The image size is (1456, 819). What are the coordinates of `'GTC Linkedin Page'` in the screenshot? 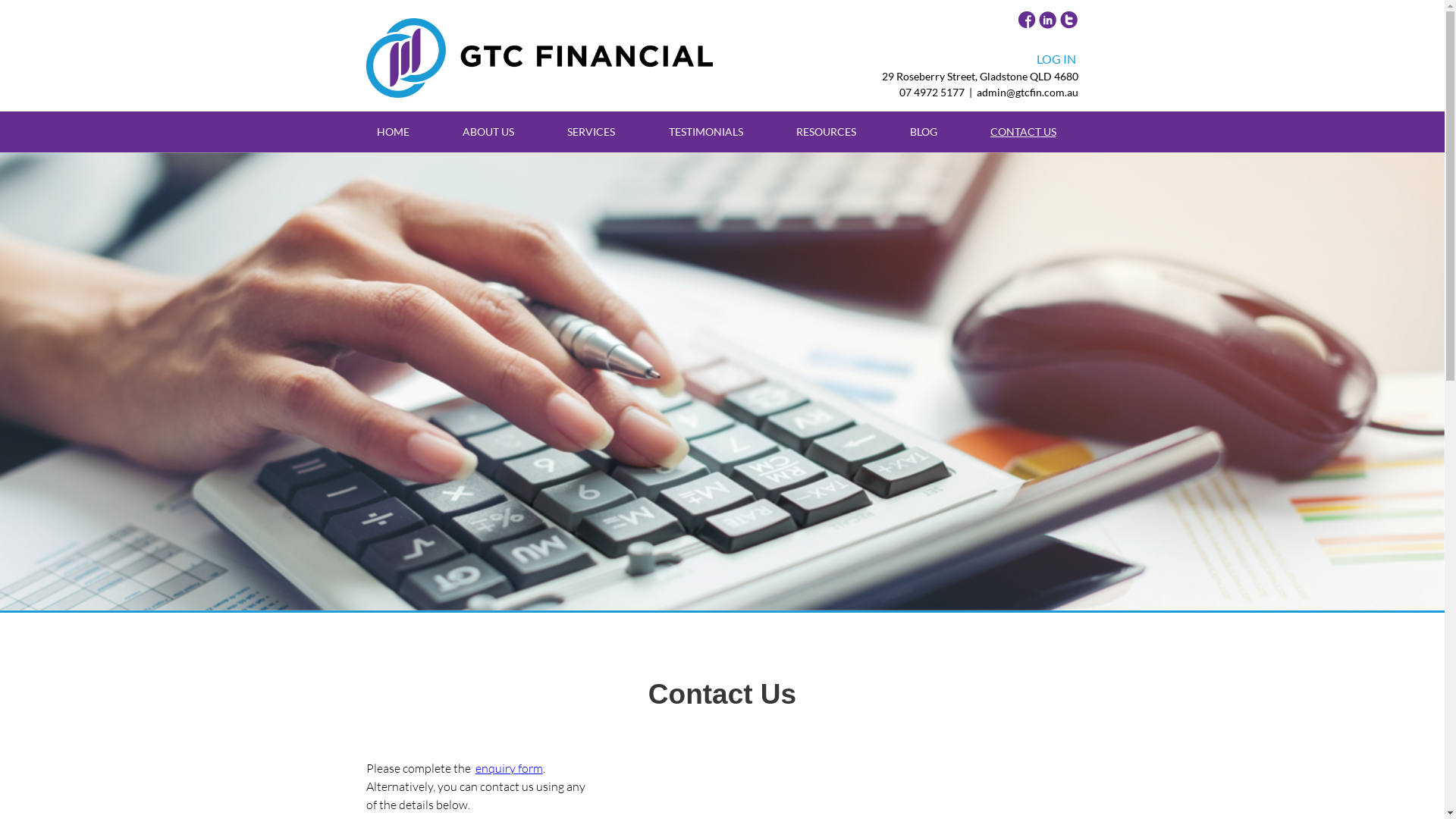 It's located at (1047, 20).